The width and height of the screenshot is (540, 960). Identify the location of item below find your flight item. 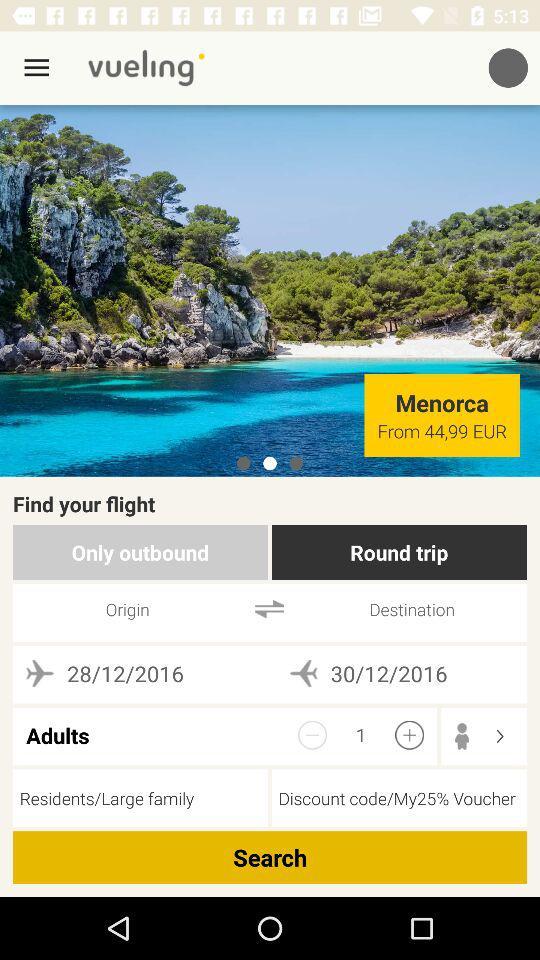
(399, 552).